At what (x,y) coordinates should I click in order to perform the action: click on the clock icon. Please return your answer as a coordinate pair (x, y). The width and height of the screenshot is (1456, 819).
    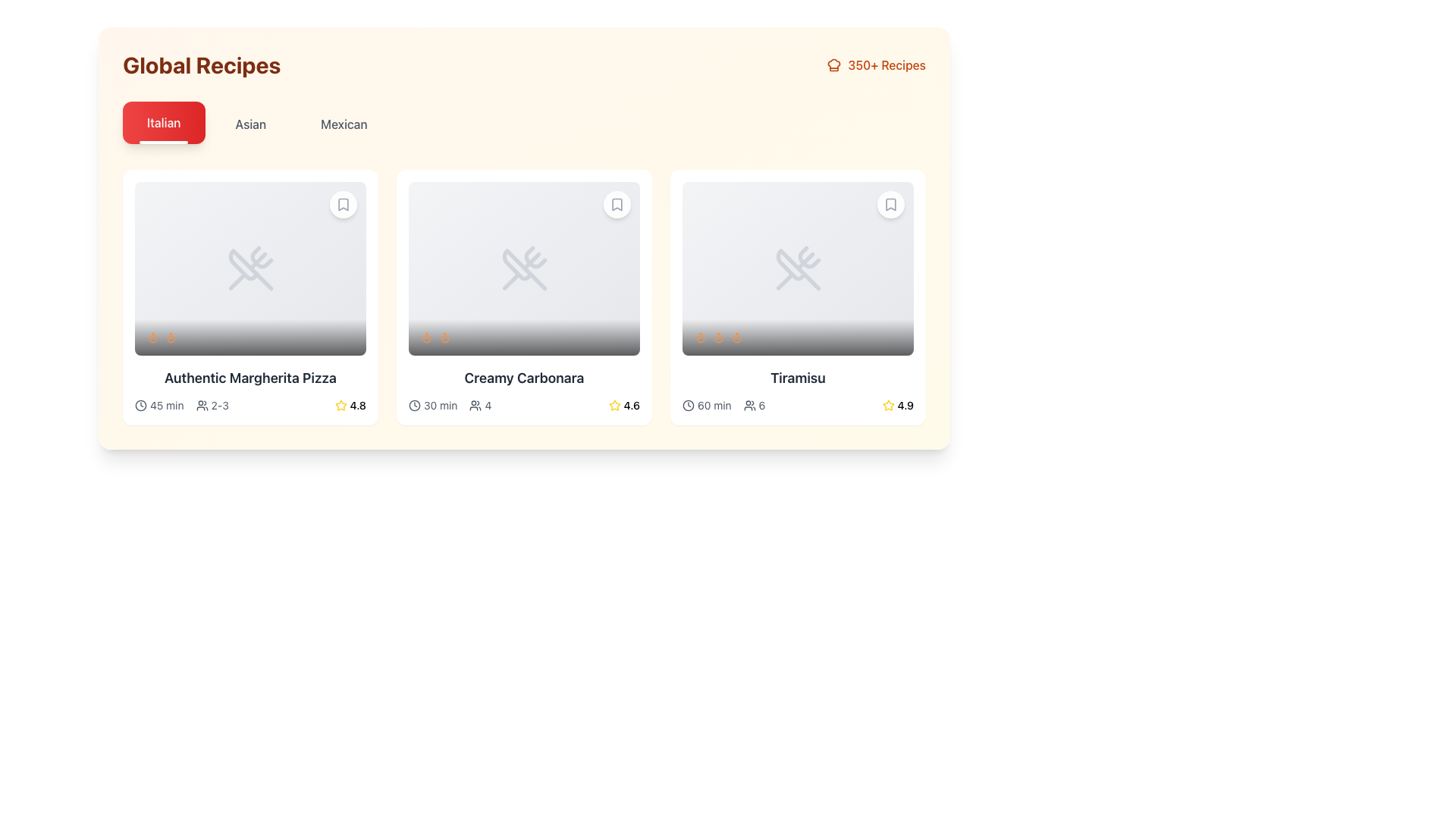
    Looking at the image, I should click on (687, 403).